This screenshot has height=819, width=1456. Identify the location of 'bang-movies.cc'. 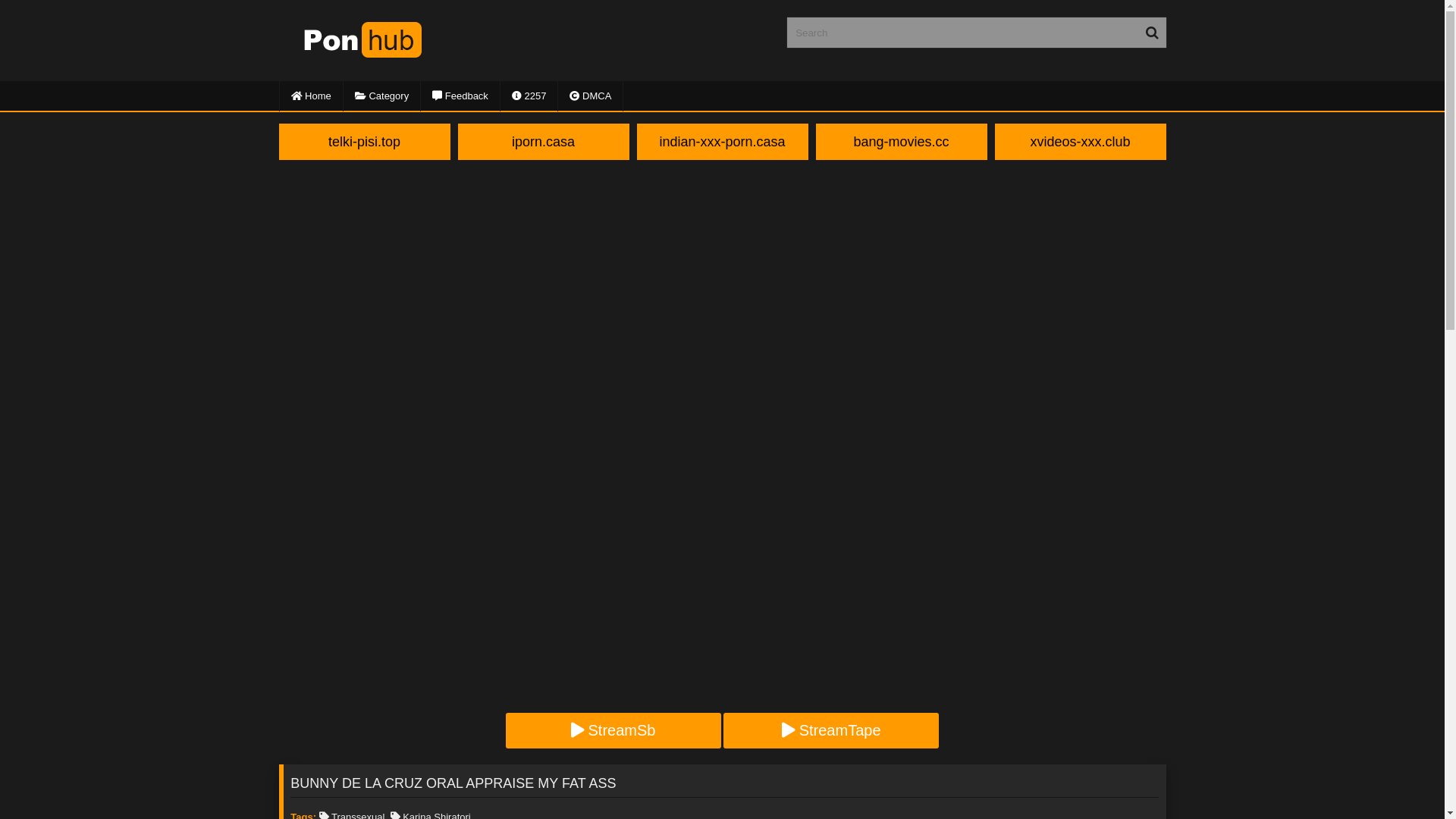
(902, 141).